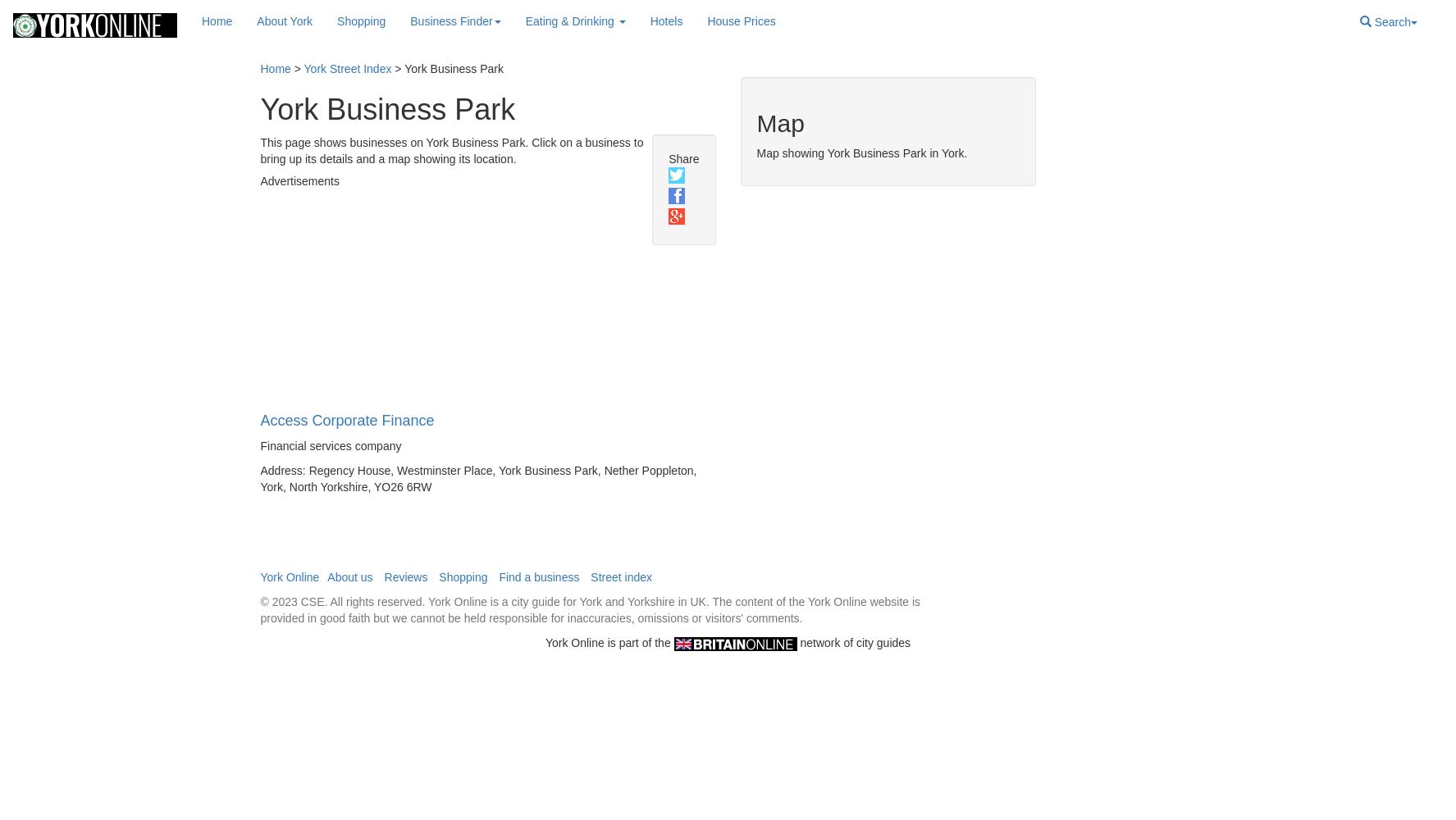 The image size is (1456, 820). I want to click on 'Search', so click(1390, 22).